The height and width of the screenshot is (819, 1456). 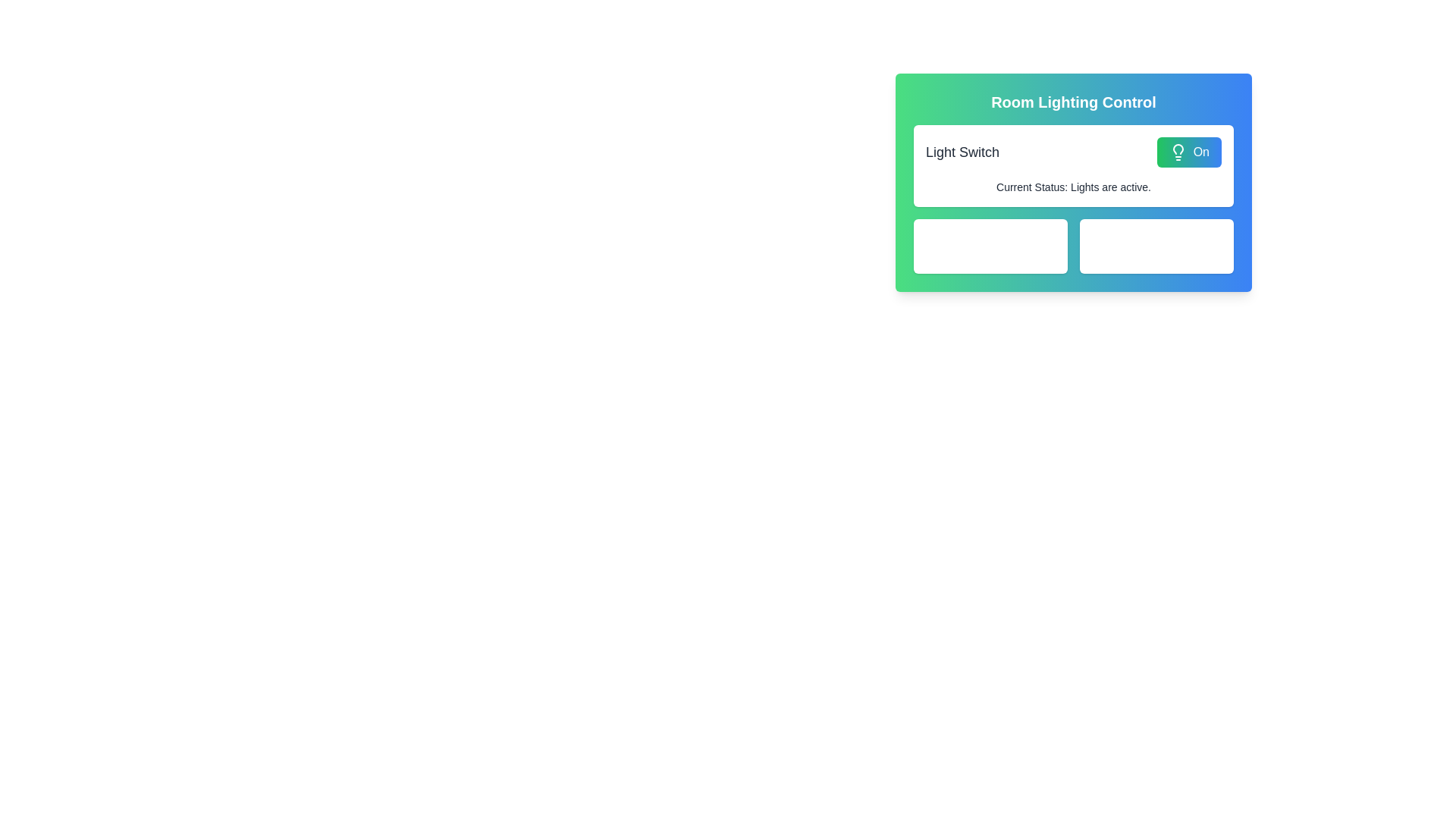 I want to click on the text label that identifies the purpose of the nearby 'On' button for the Room Lighting Control panel, so click(x=962, y=152).